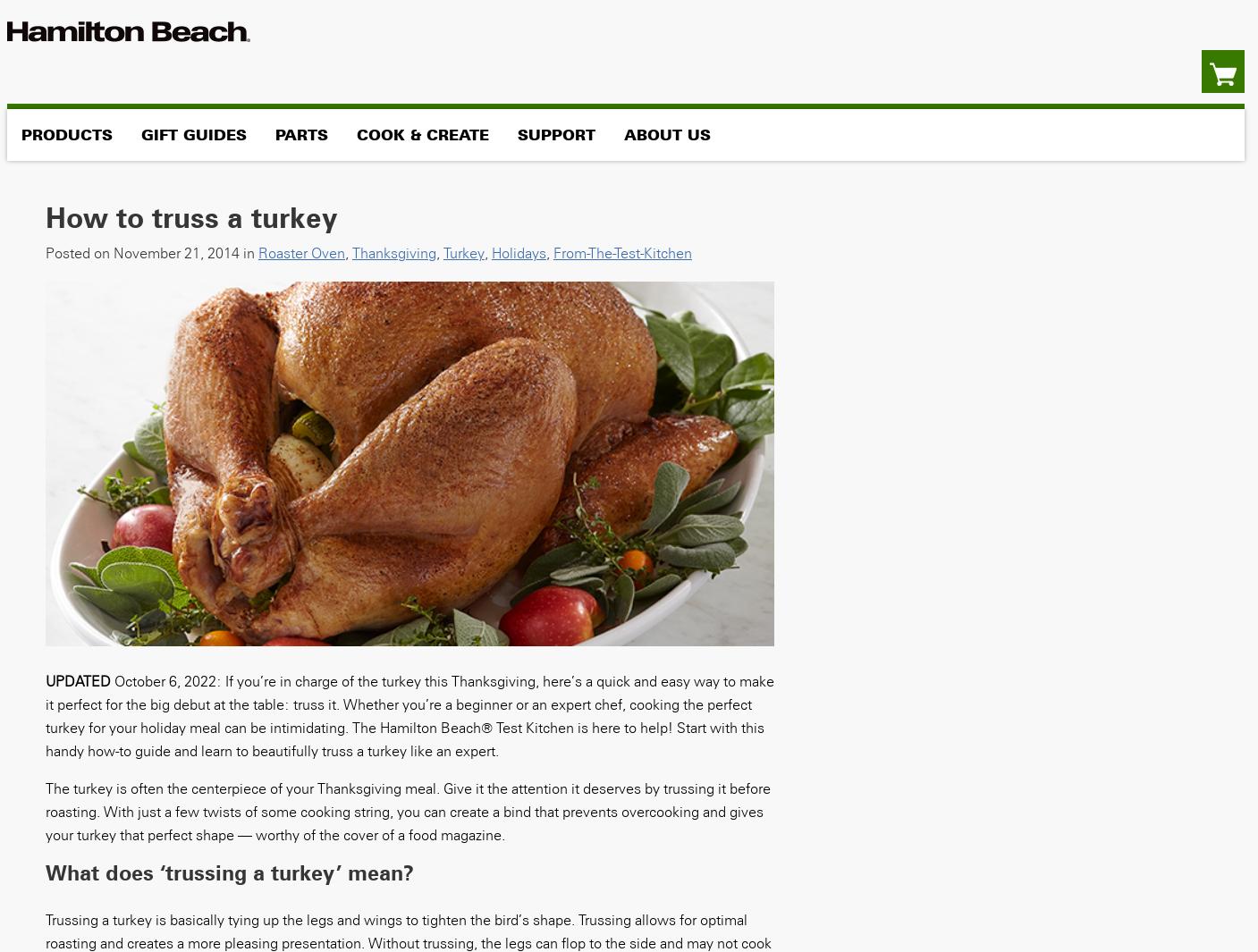 The width and height of the screenshot is (1258, 952). Describe the element at coordinates (300, 251) in the screenshot. I see `'roaster oven'` at that location.